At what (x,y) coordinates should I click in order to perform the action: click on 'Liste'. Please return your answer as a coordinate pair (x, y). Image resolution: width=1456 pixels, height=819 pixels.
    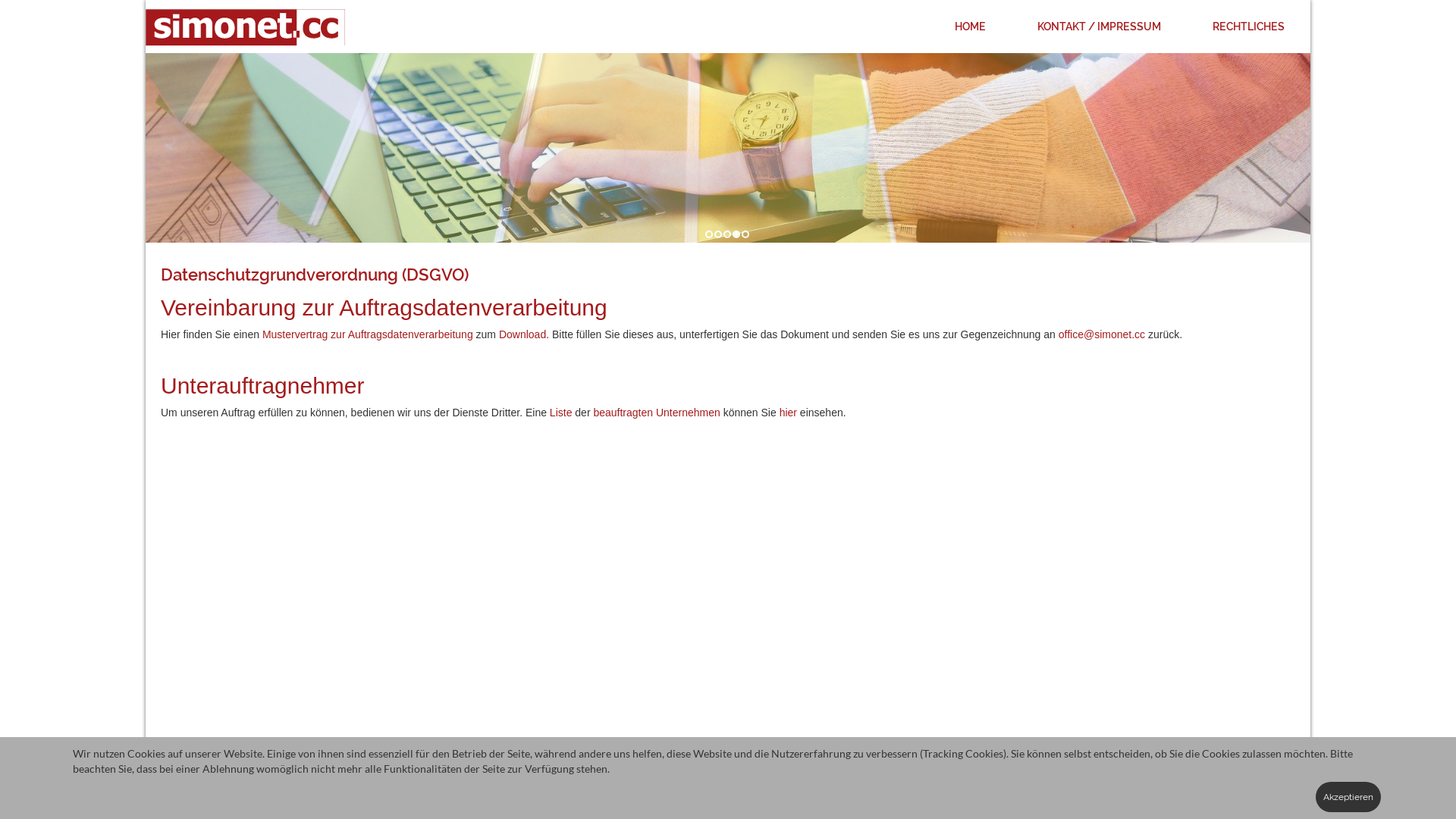
    Looking at the image, I should click on (548, 412).